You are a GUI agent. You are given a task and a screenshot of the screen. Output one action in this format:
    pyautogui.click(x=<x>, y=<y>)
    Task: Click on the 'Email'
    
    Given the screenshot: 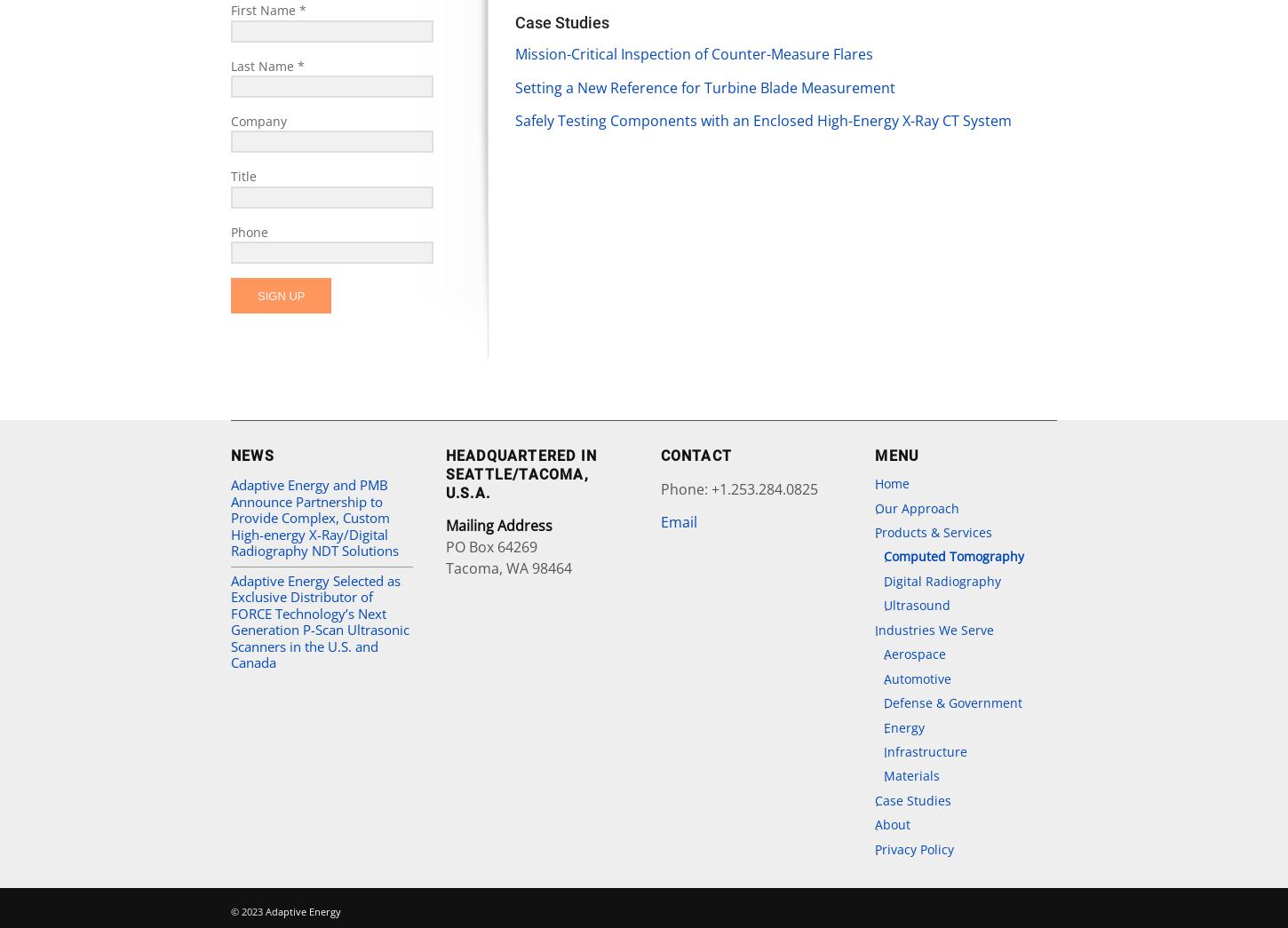 What is the action you would take?
    pyautogui.click(x=659, y=521)
    